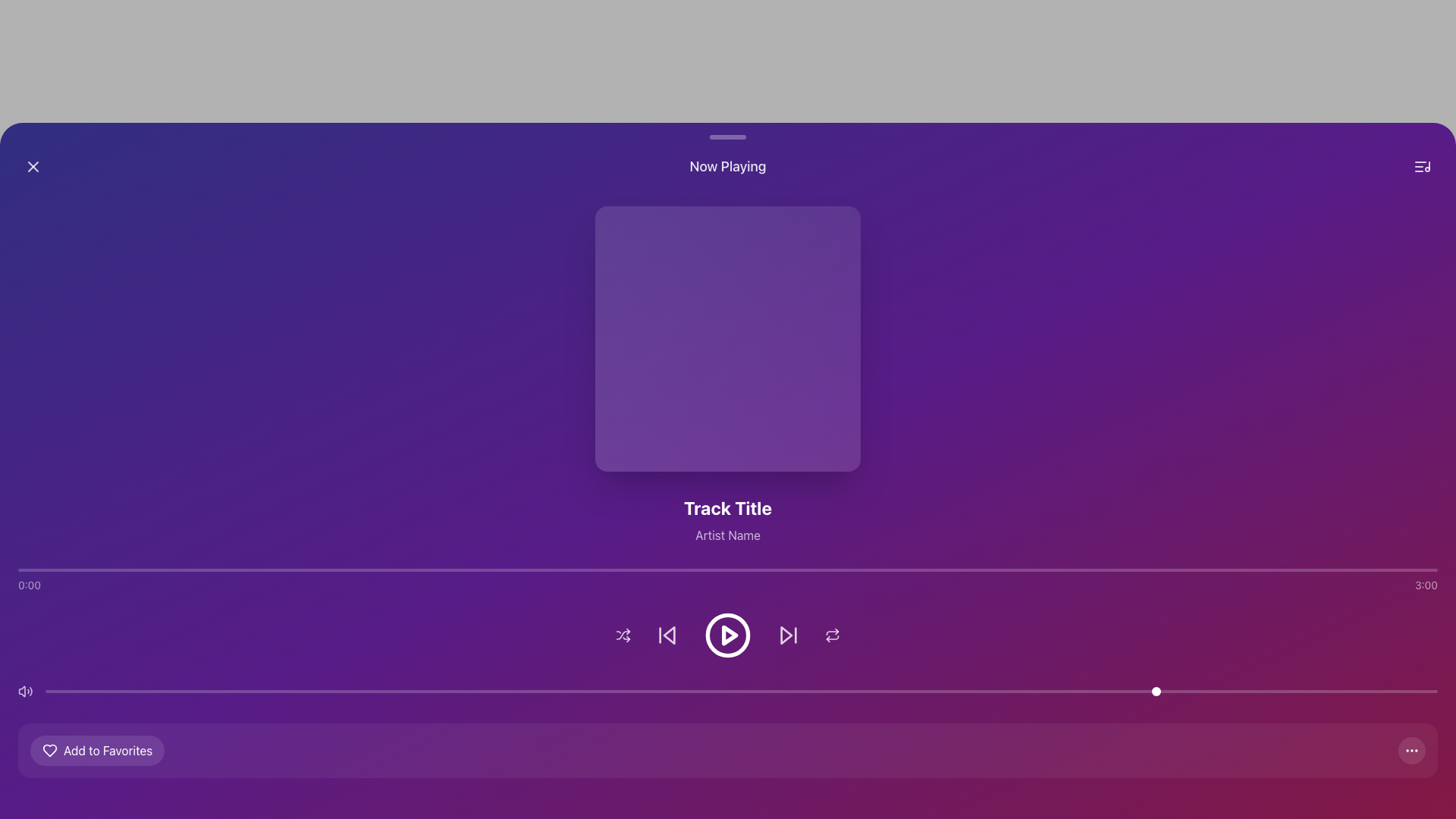  I want to click on the button located at the bottom-left section of the interface, so click(96, 751).